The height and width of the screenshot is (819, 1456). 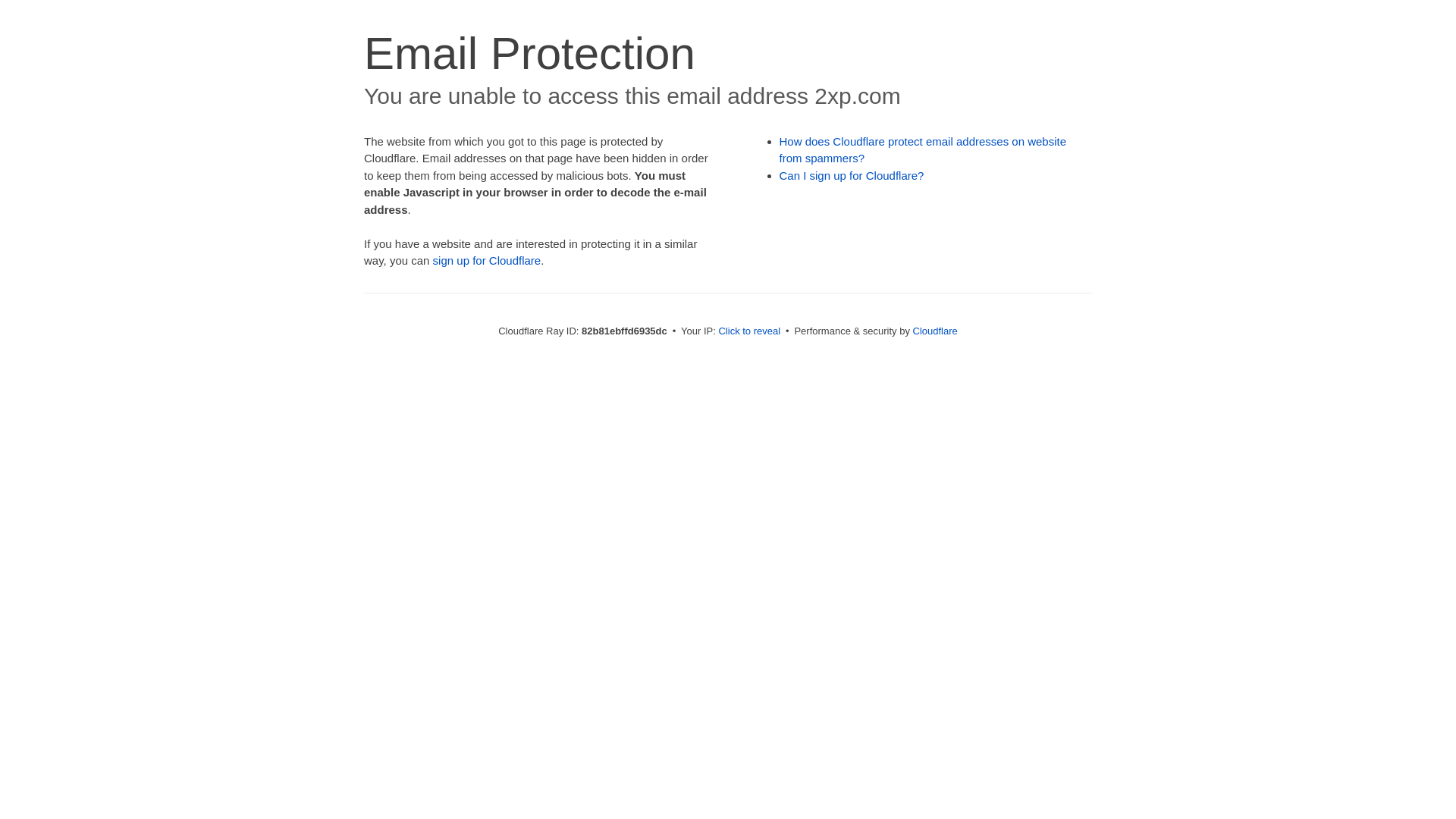 What do you see at coordinates (432, 259) in the screenshot?
I see `'sign up for Cloudflare'` at bounding box center [432, 259].